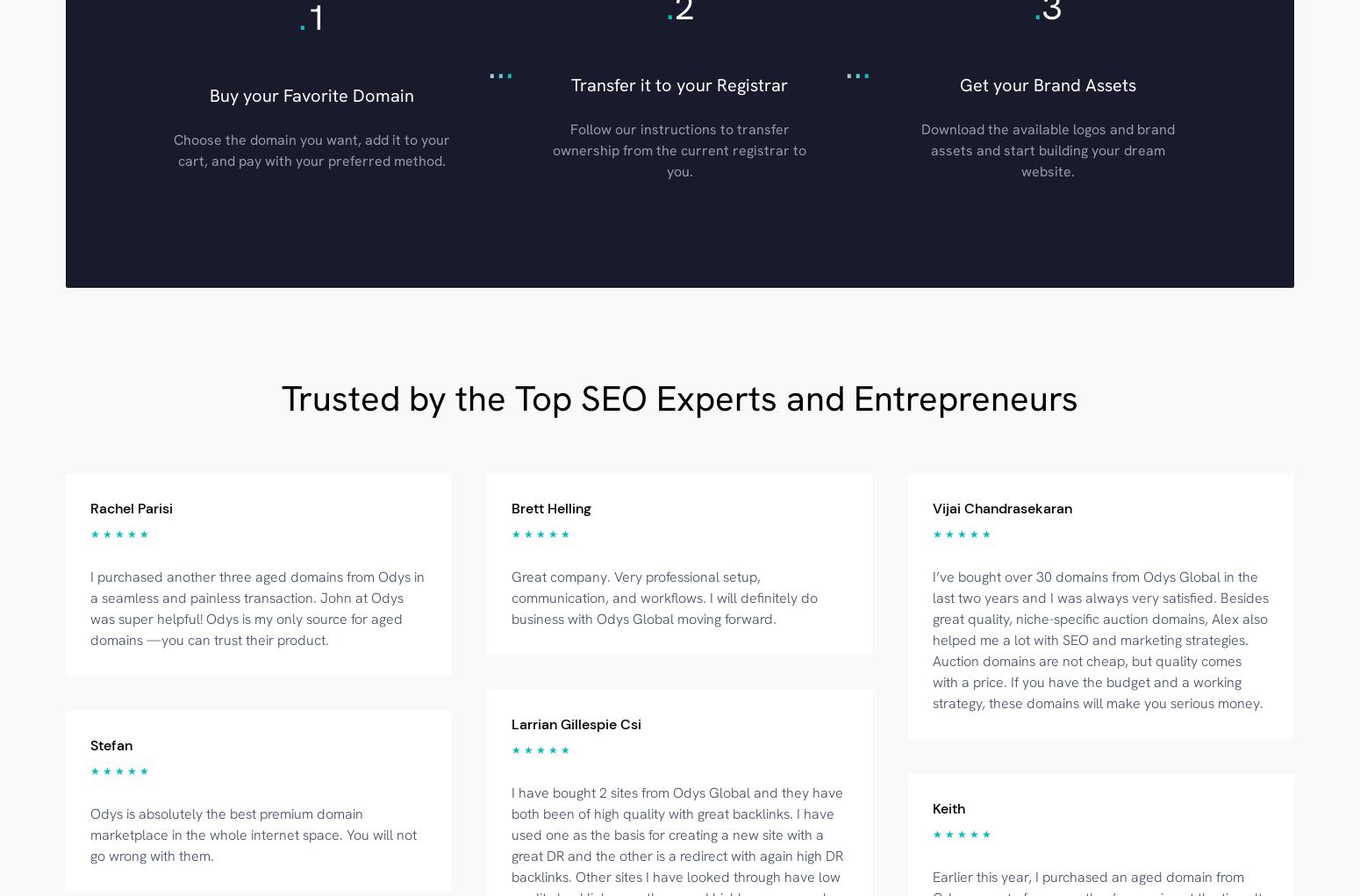 This screenshot has height=896, width=1360. Describe the element at coordinates (664, 597) in the screenshot. I see `'Great company. Very professional setup, communication, and workflows. I will definitely do business with Odys Global moving forward.'` at that location.